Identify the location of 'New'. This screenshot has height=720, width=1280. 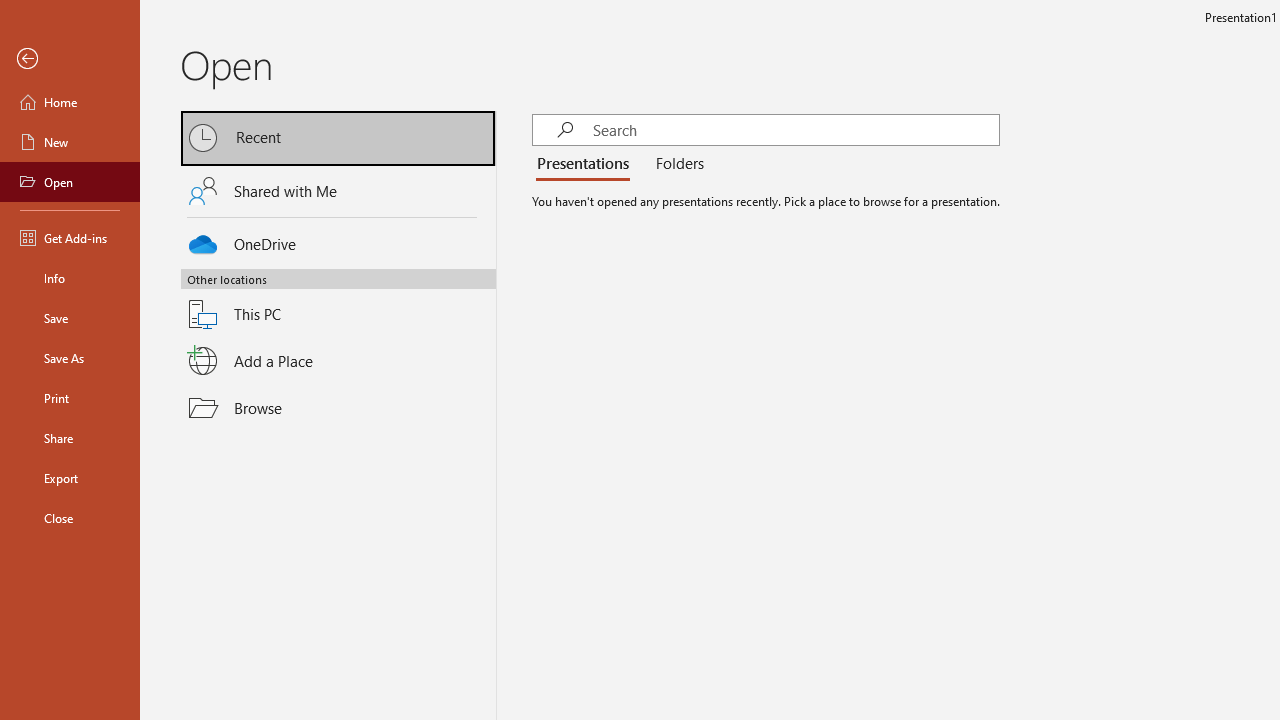
(69, 140).